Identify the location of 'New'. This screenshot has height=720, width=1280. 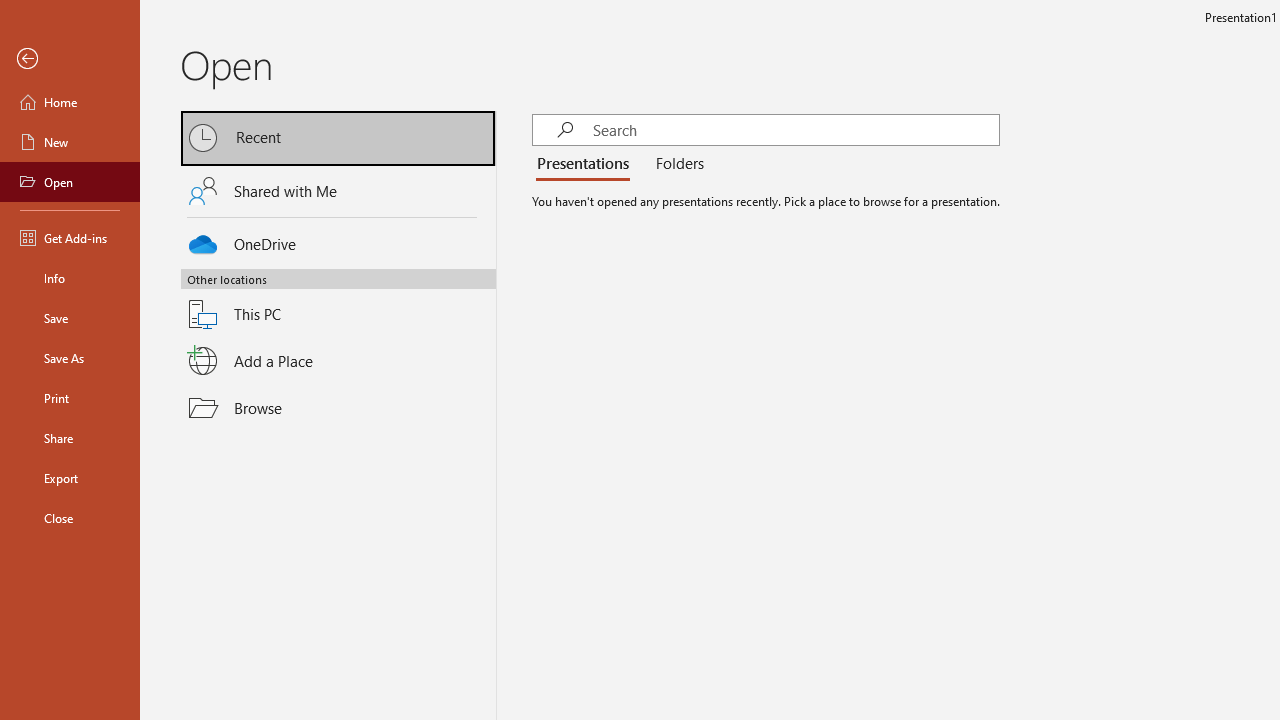
(69, 140).